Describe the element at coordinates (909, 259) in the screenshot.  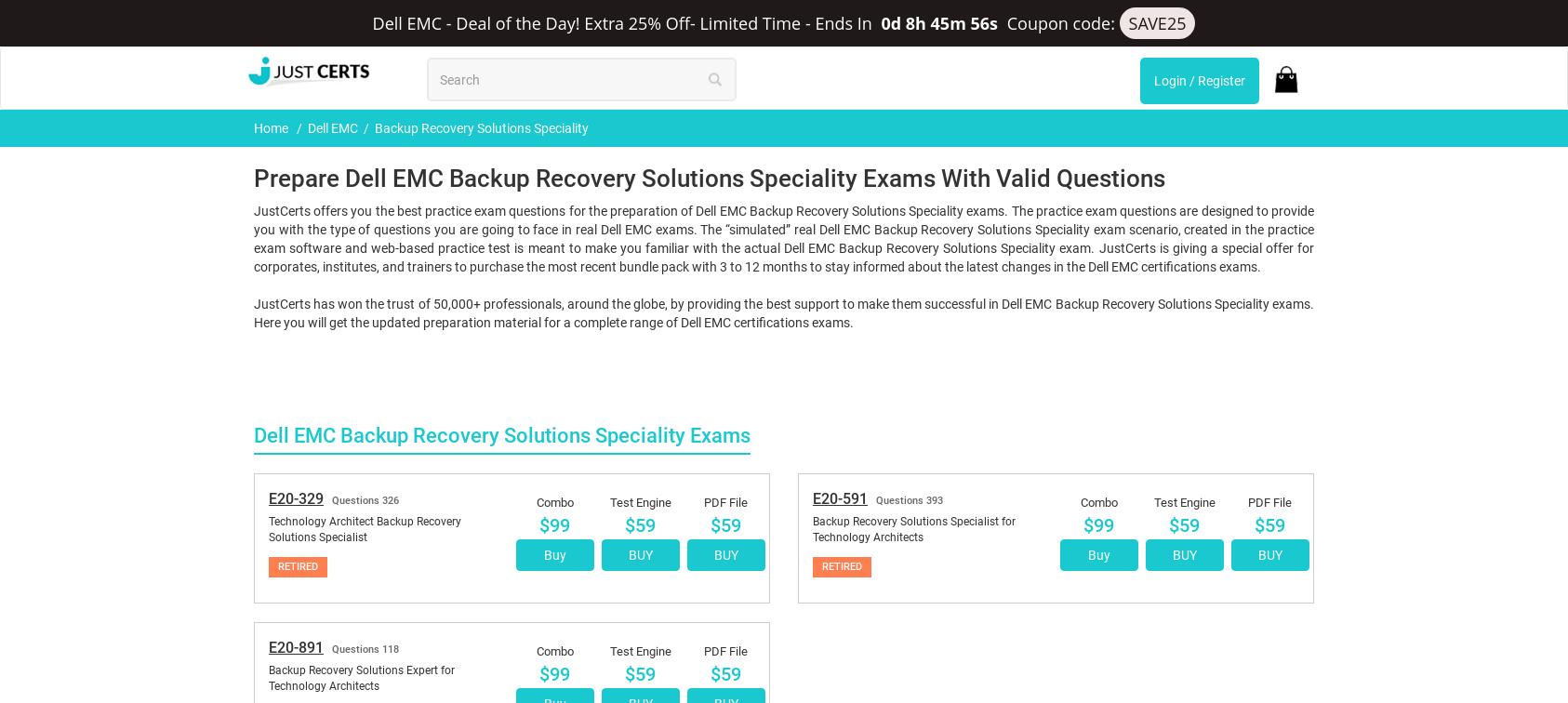
I see `'Questions 393'` at that location.